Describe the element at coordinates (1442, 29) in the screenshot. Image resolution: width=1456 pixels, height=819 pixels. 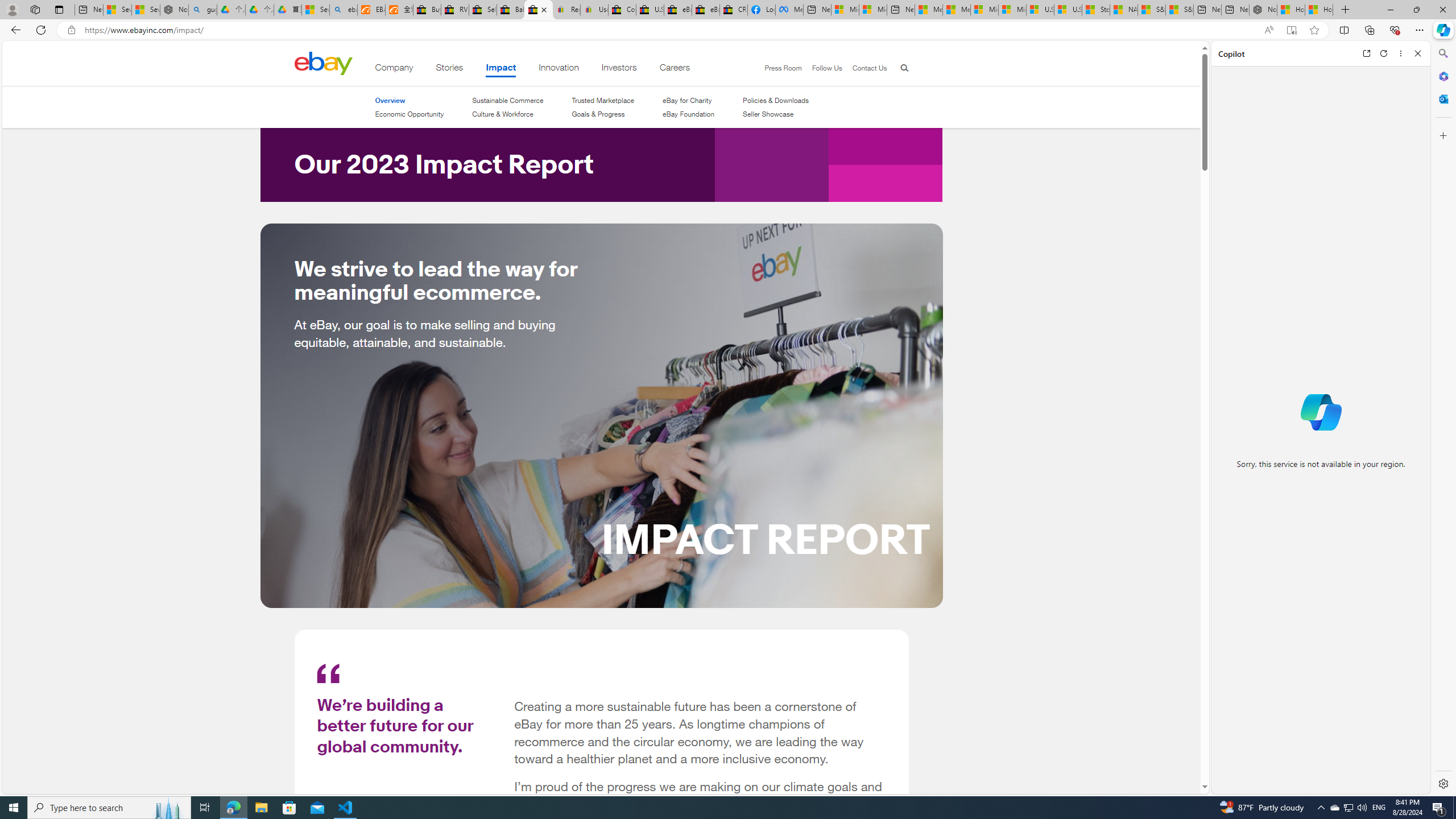
I see `'Copilot (Ctrl+Shift+.)'` at that location.